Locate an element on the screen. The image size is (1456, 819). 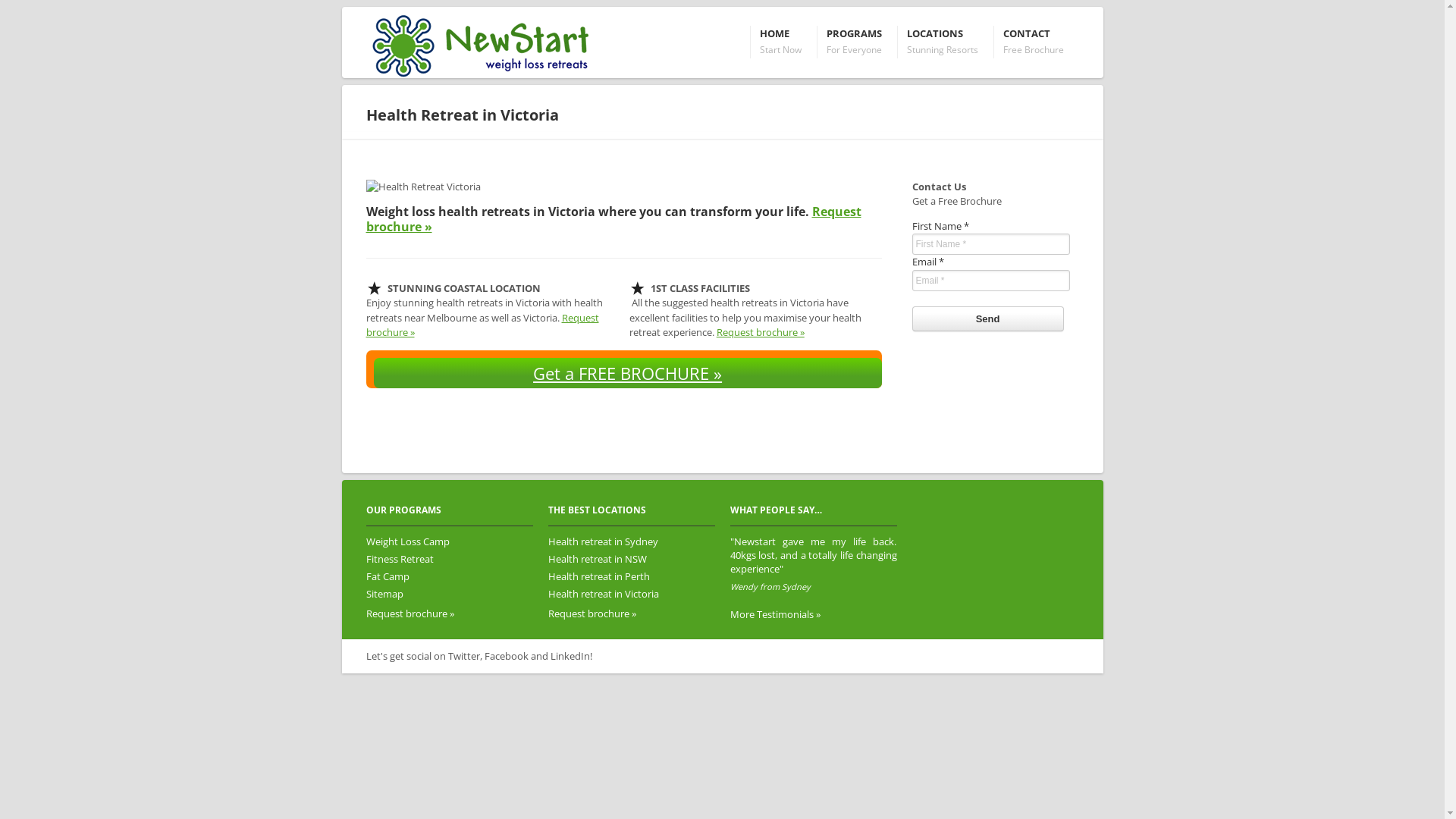
'Health retreat in Perth' is located at coordinates (597, 576).